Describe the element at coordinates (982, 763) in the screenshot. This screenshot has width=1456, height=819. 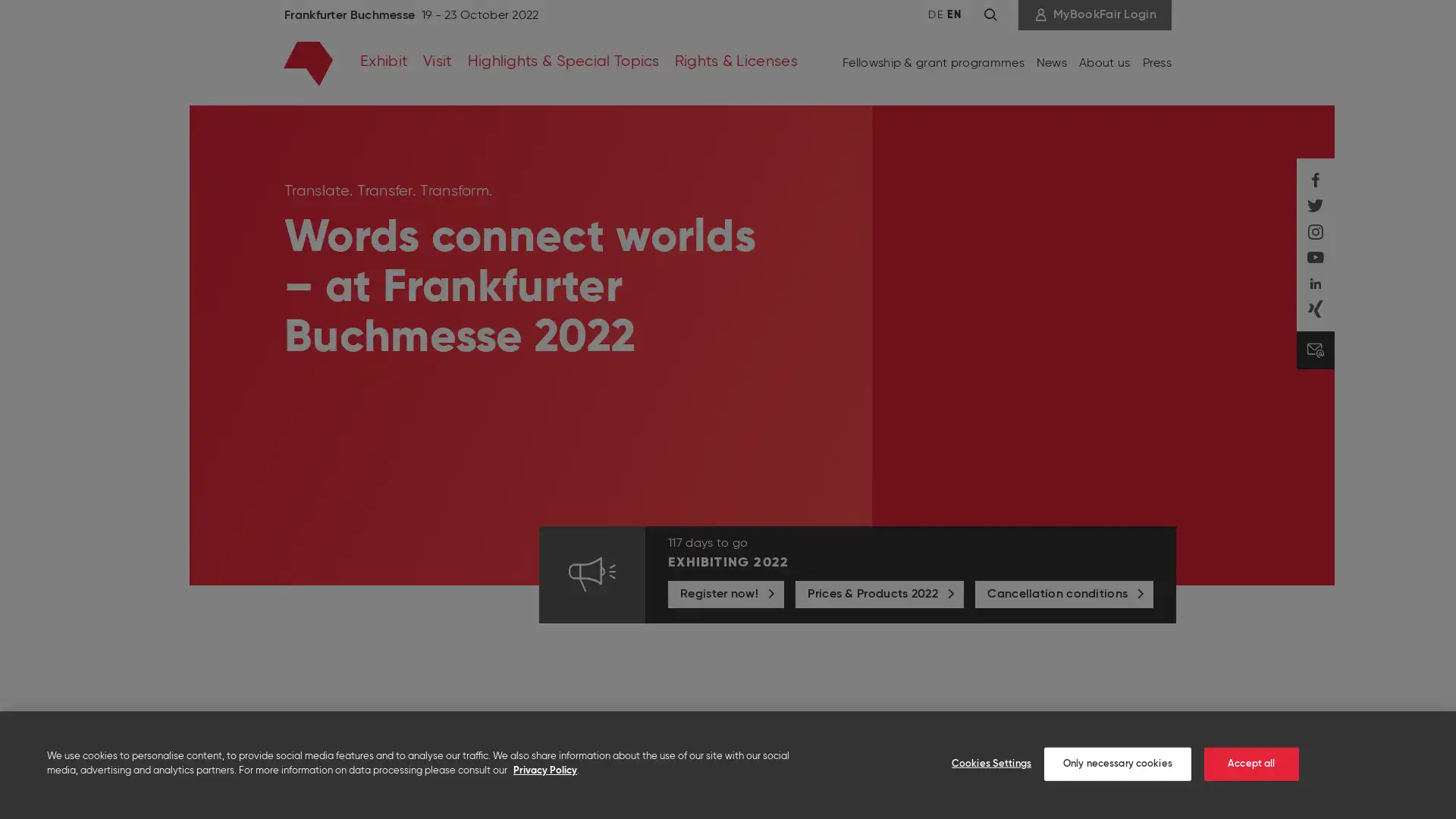
I see `Cookies Settings` at that location.